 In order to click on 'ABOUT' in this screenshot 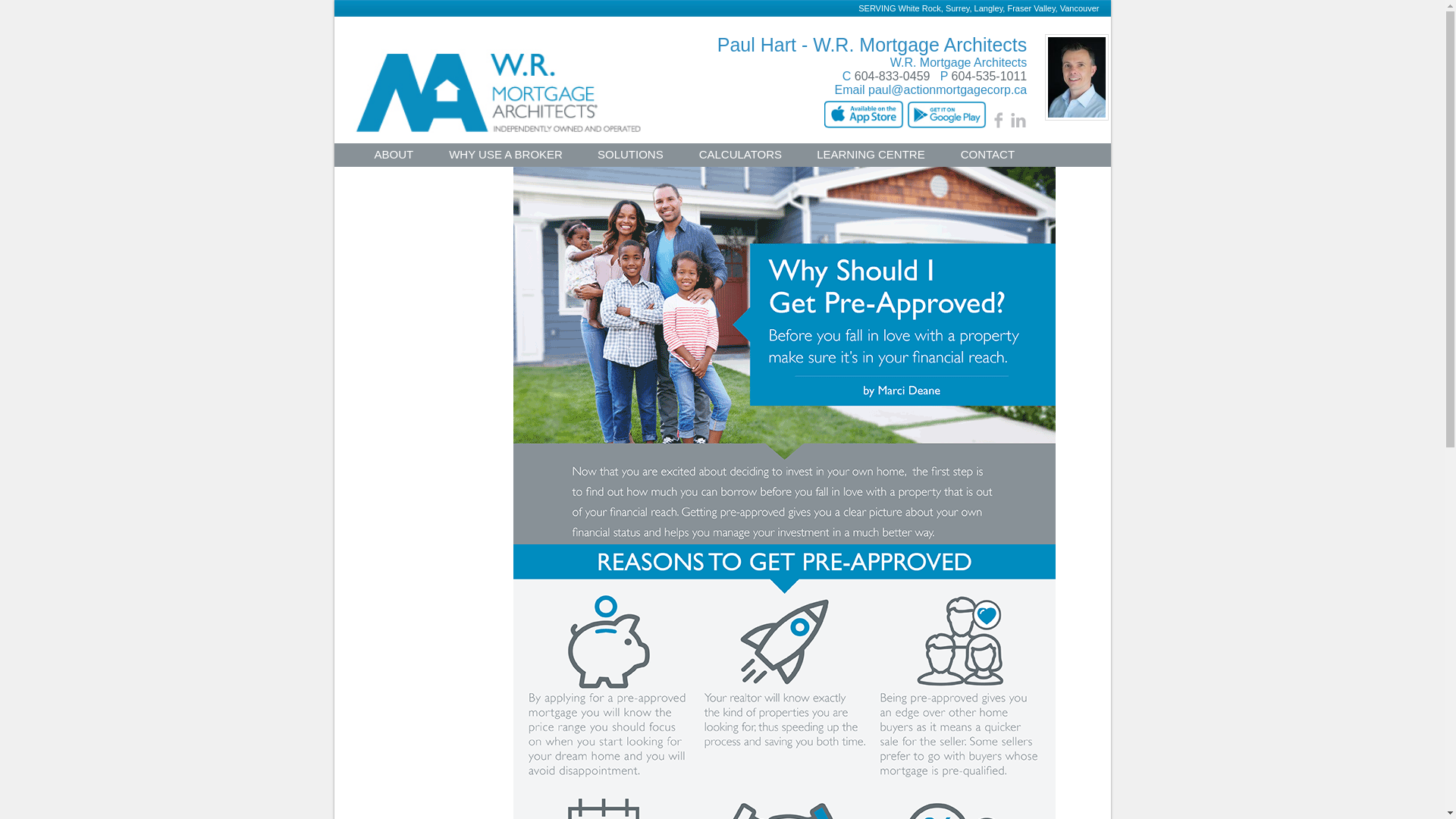, I will do `click(394, 157)`.